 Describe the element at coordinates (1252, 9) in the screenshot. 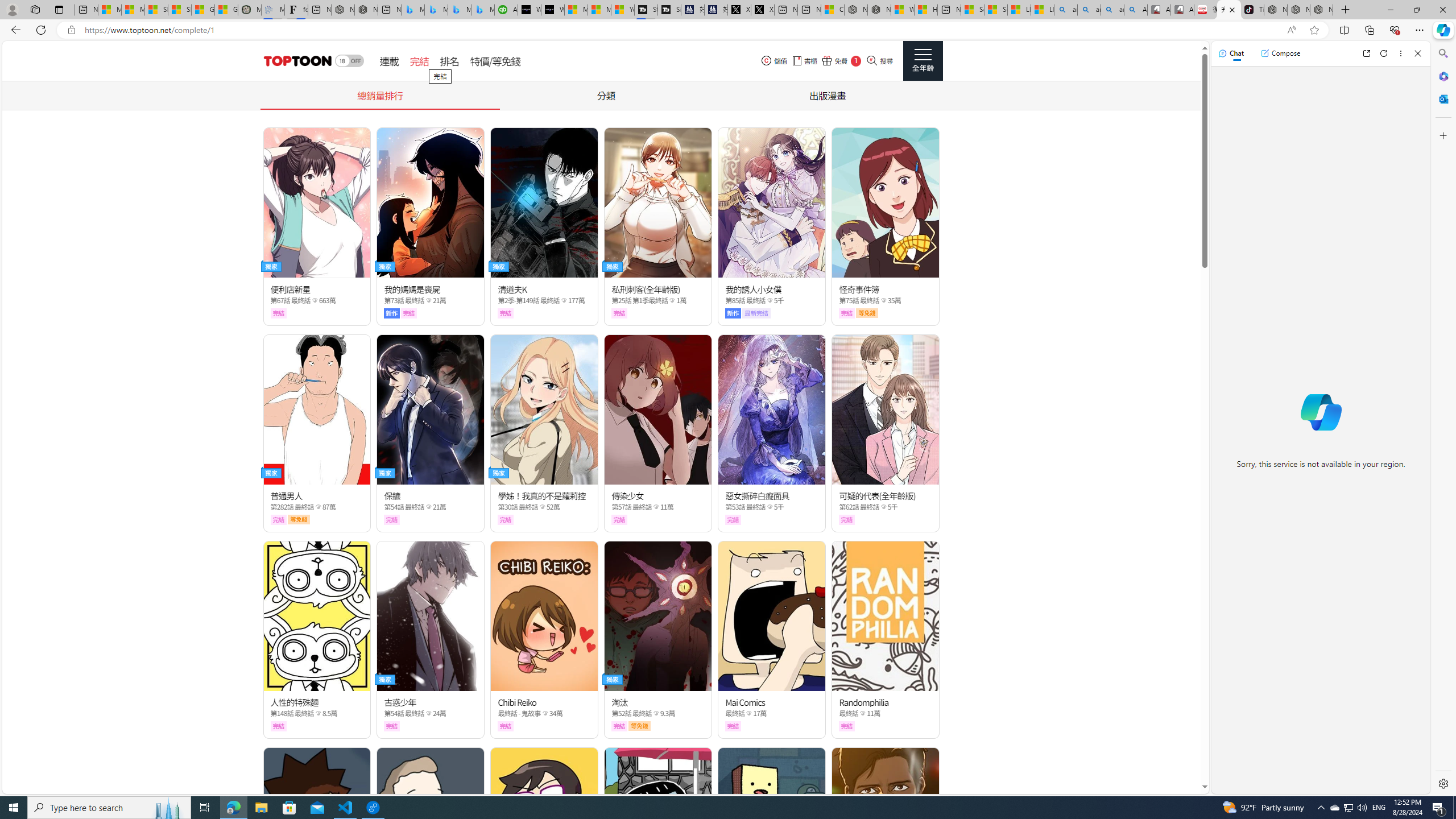

I see `'TikTok'` at that location.